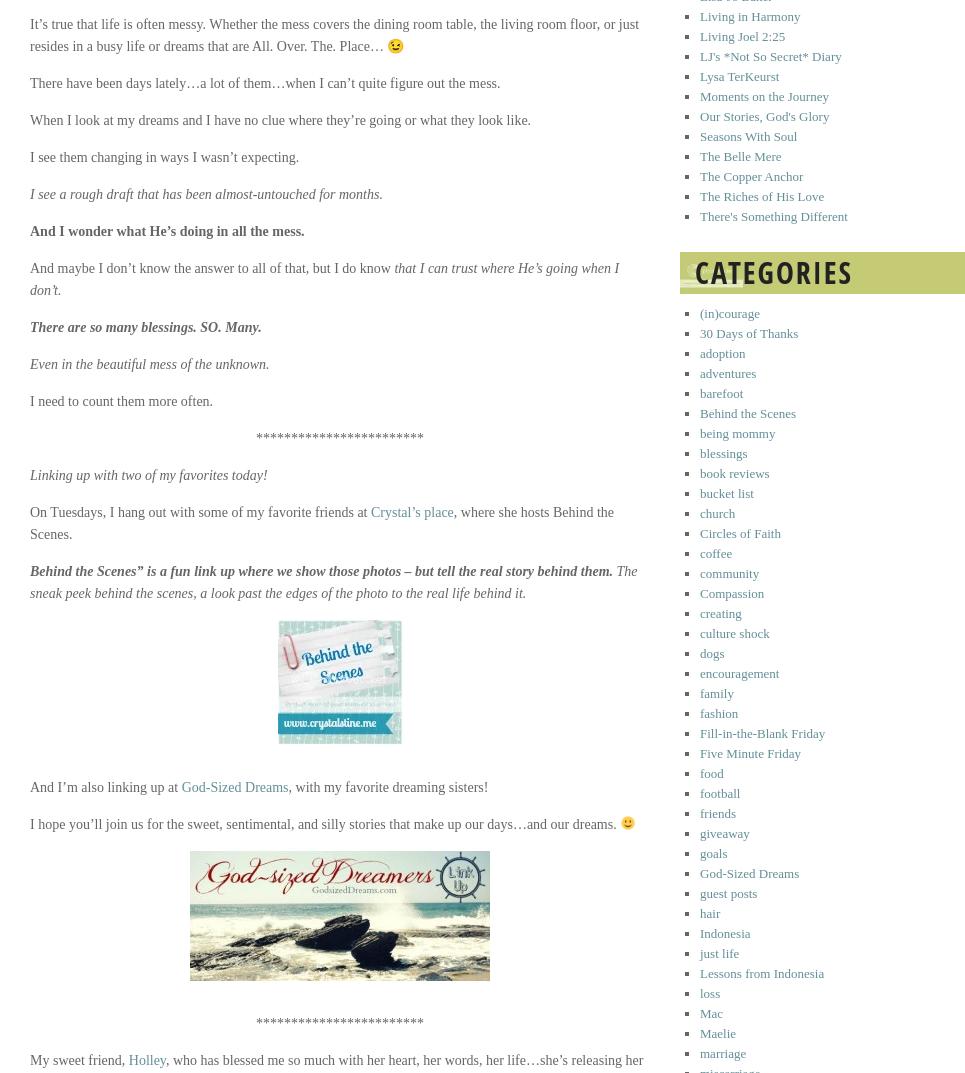  What do you see at coordinates (734, 473) in the screenshot?
I see `'book reviews'` at bounding box center [734, 473].